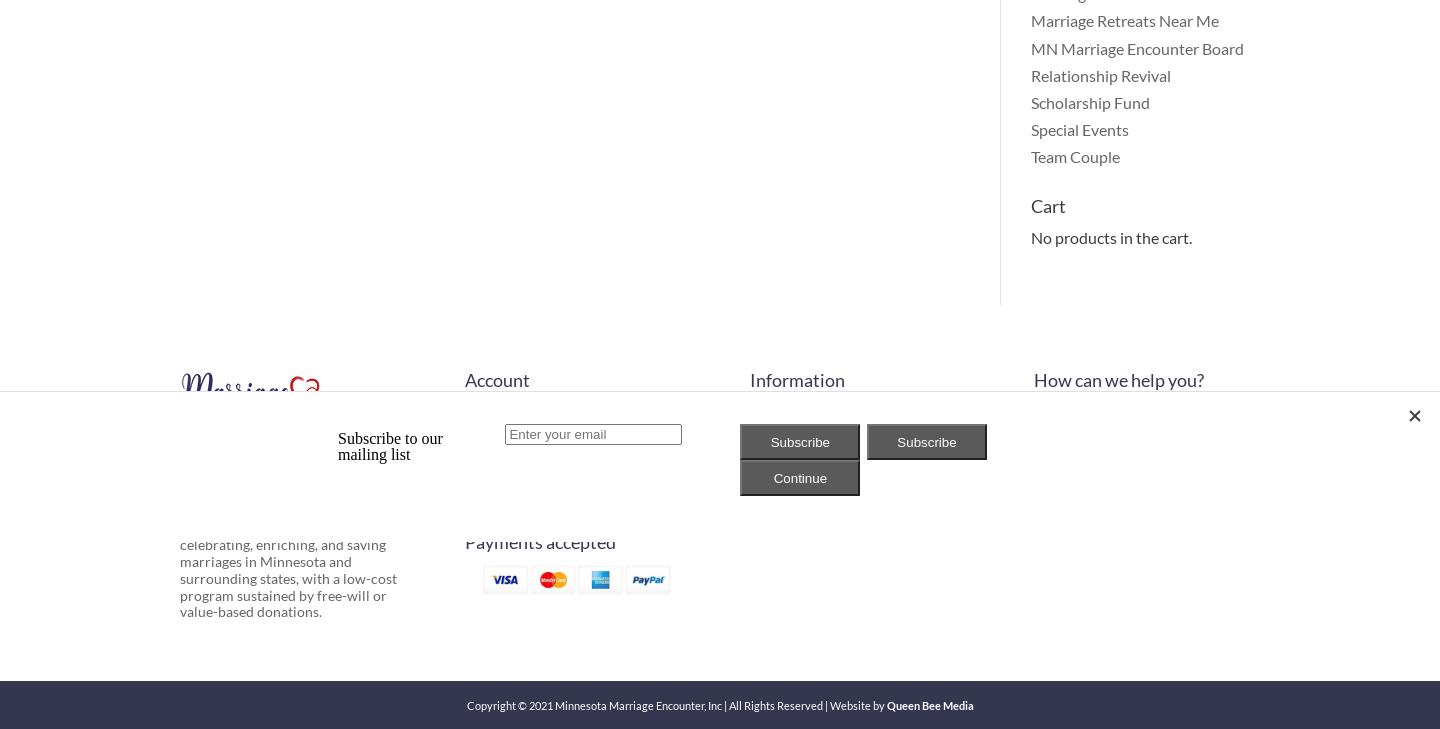 This screenshot has width=1440, height=729. Describe the element at coordinates (1088, 100) in the screenshot. I see `'Scholarship Fund'` at that location.